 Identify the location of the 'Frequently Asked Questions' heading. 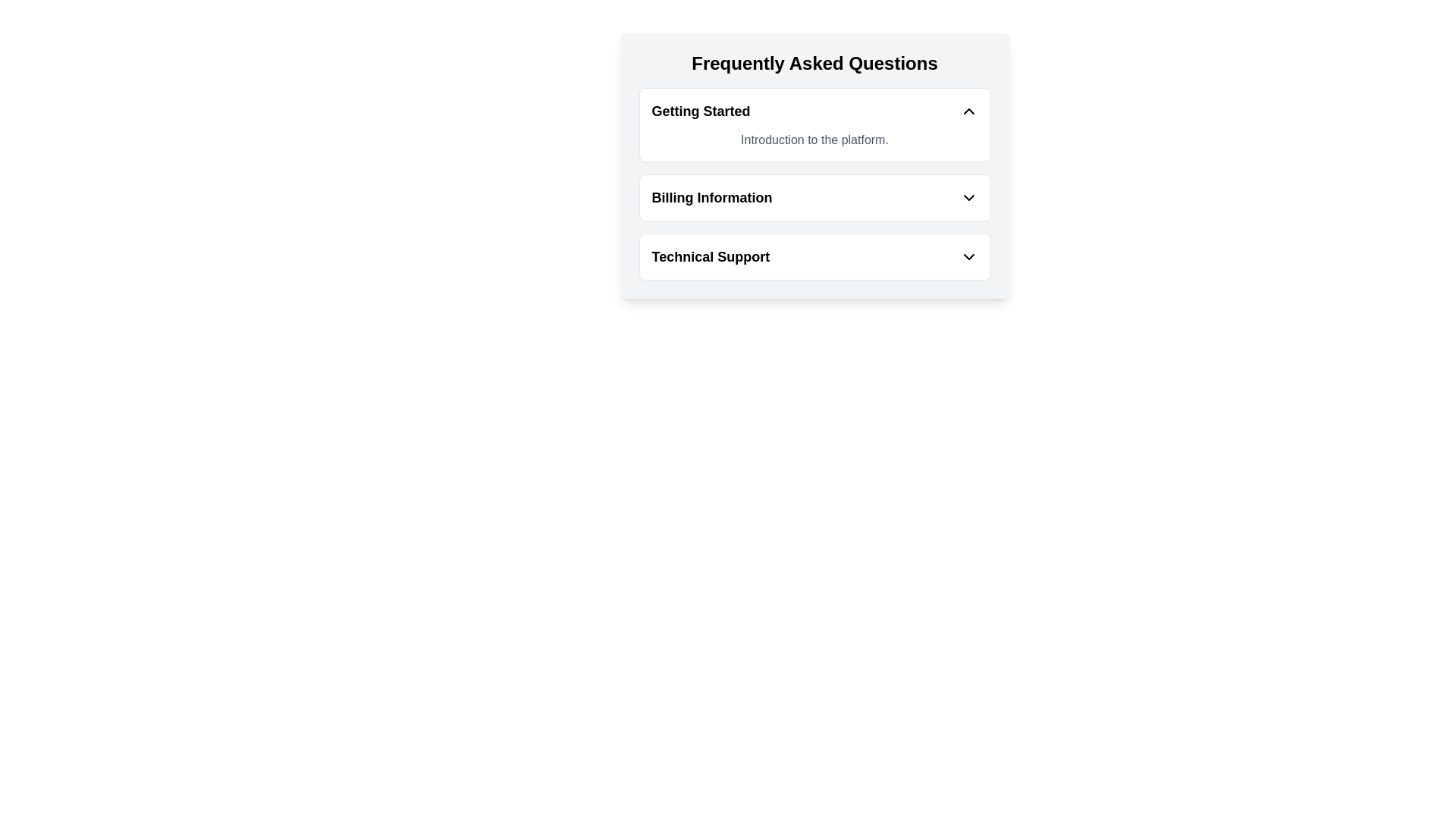
(700, 110).